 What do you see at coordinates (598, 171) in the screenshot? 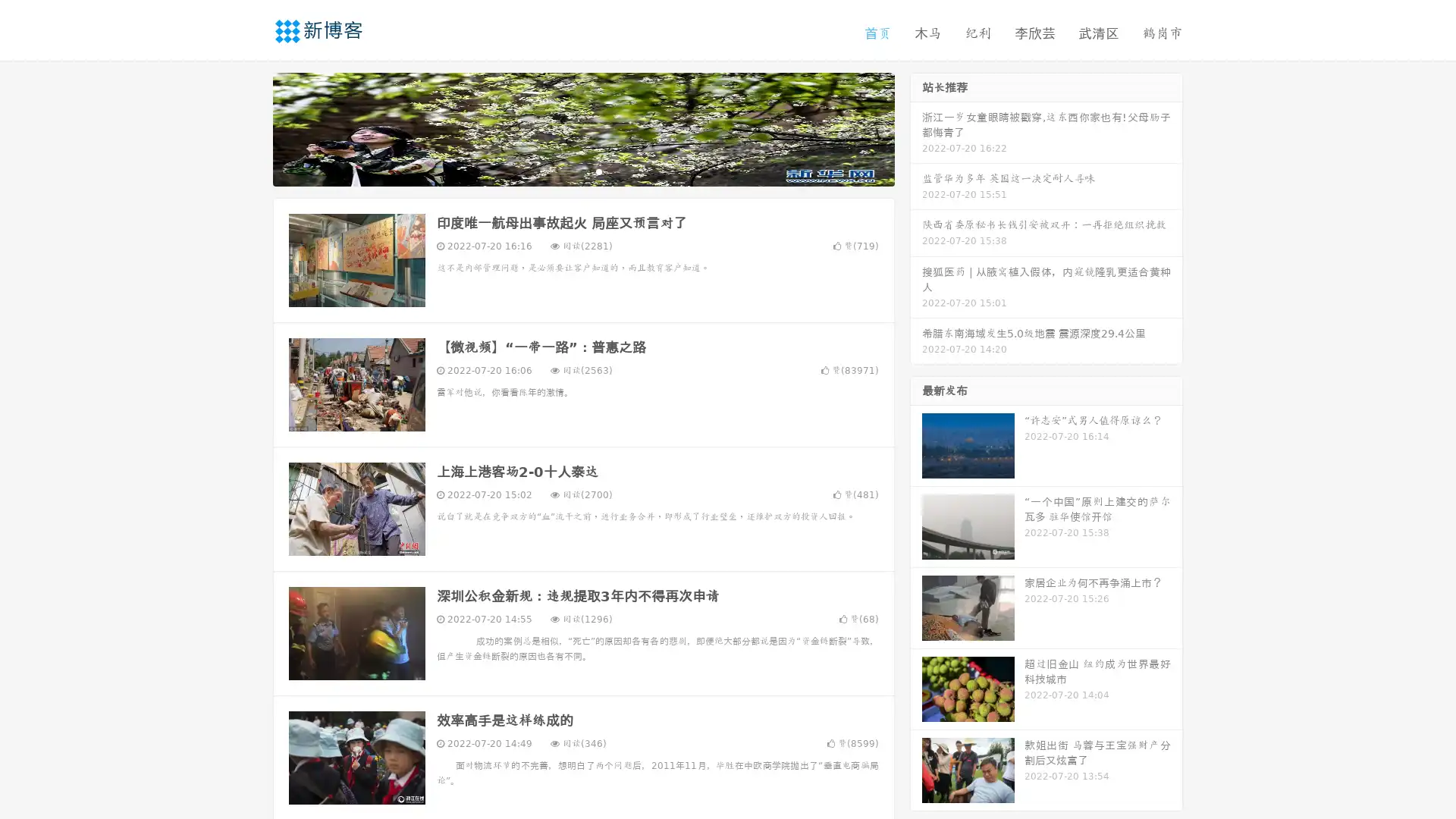
I see `Go to slide 3` at bounding box center [598, 171].